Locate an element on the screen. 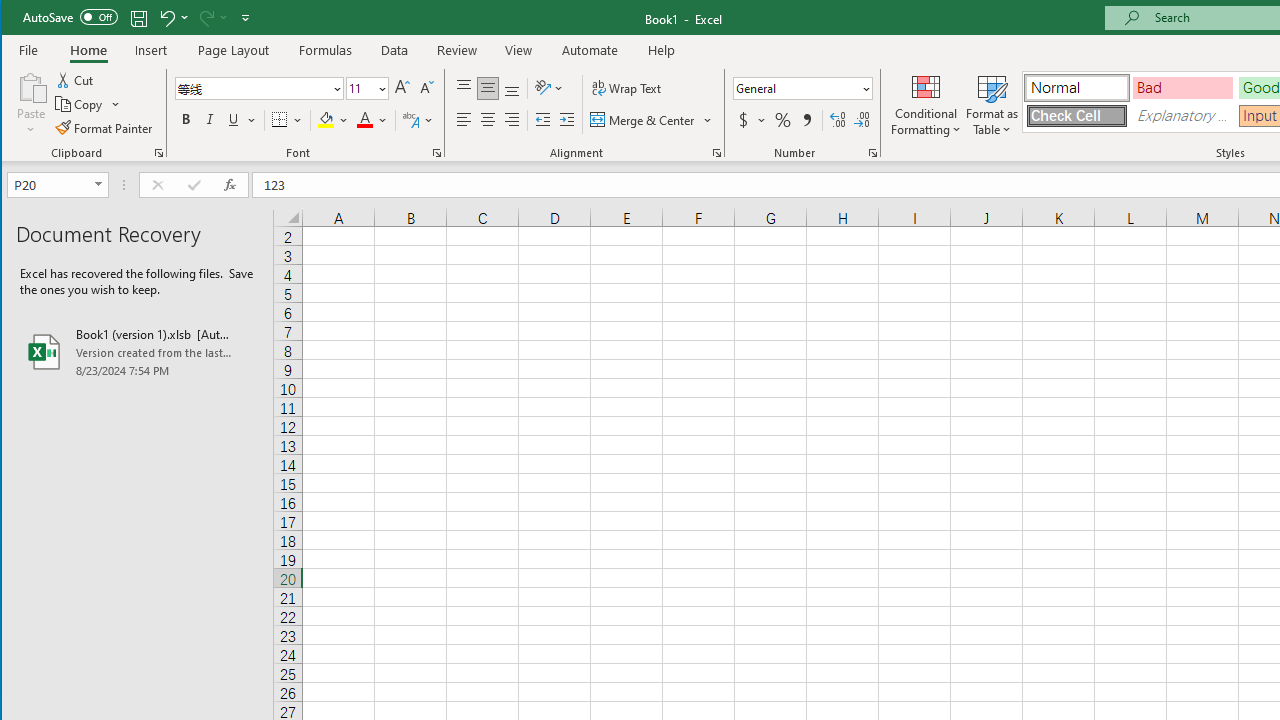 The height and width of the screenshot is (720, 1280). 'Font' is located at coordinates (258, 87).